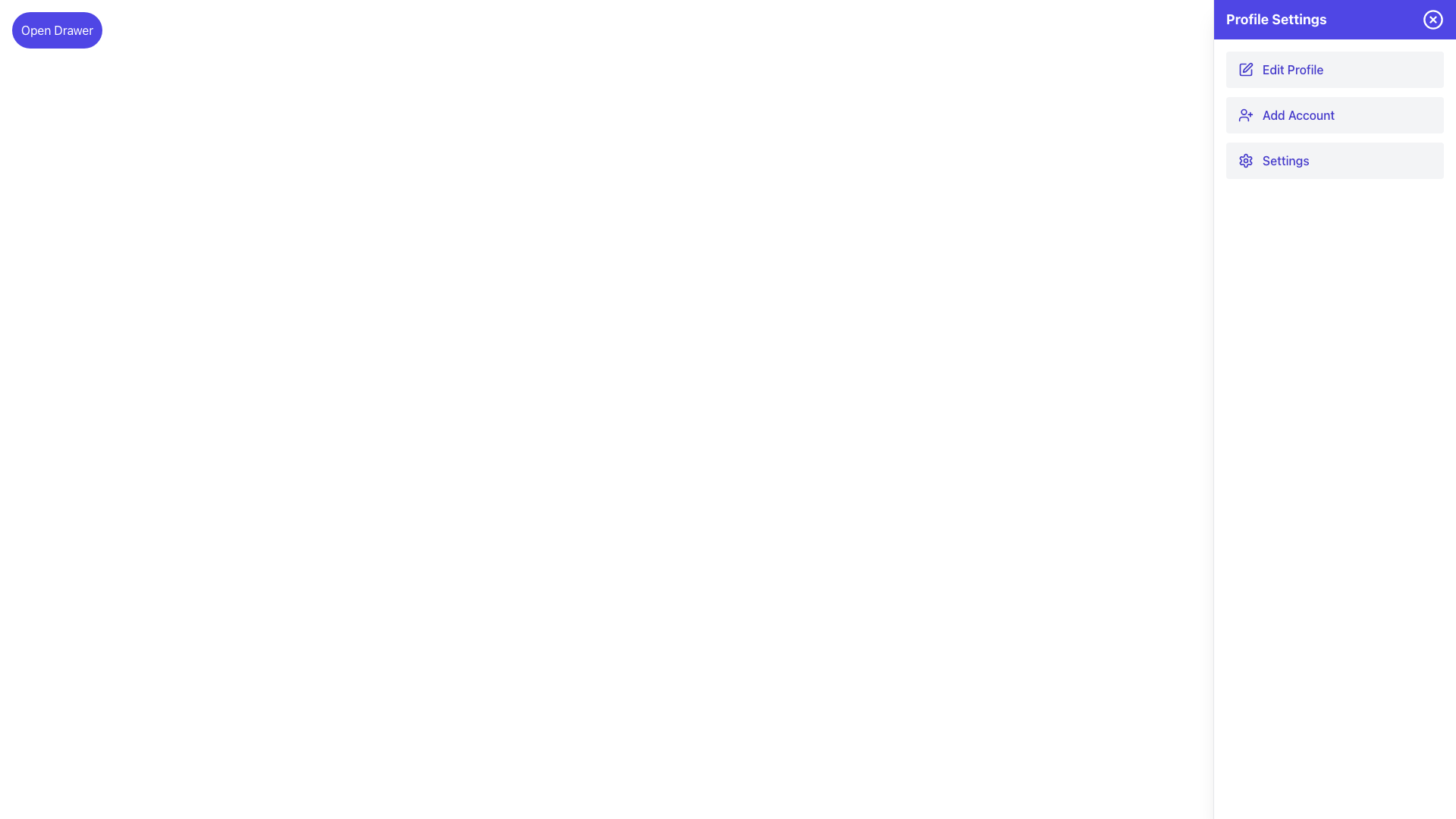 The image size is (1456, 819). I want to click on the first Interactive button in the vertical list inside the 'Profile Settings' sidebar, so click(1335, 70).